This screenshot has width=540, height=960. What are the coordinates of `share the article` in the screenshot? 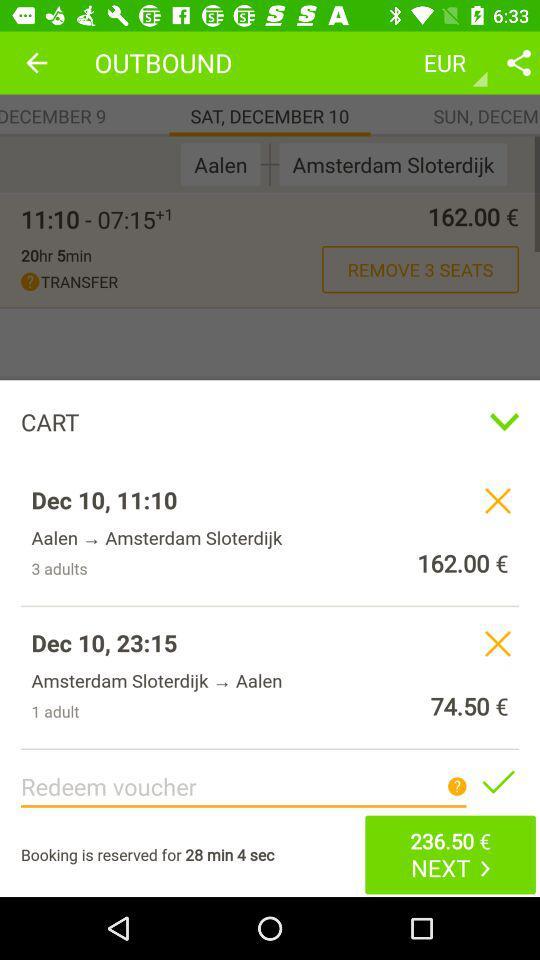 It's located at (496, 781).